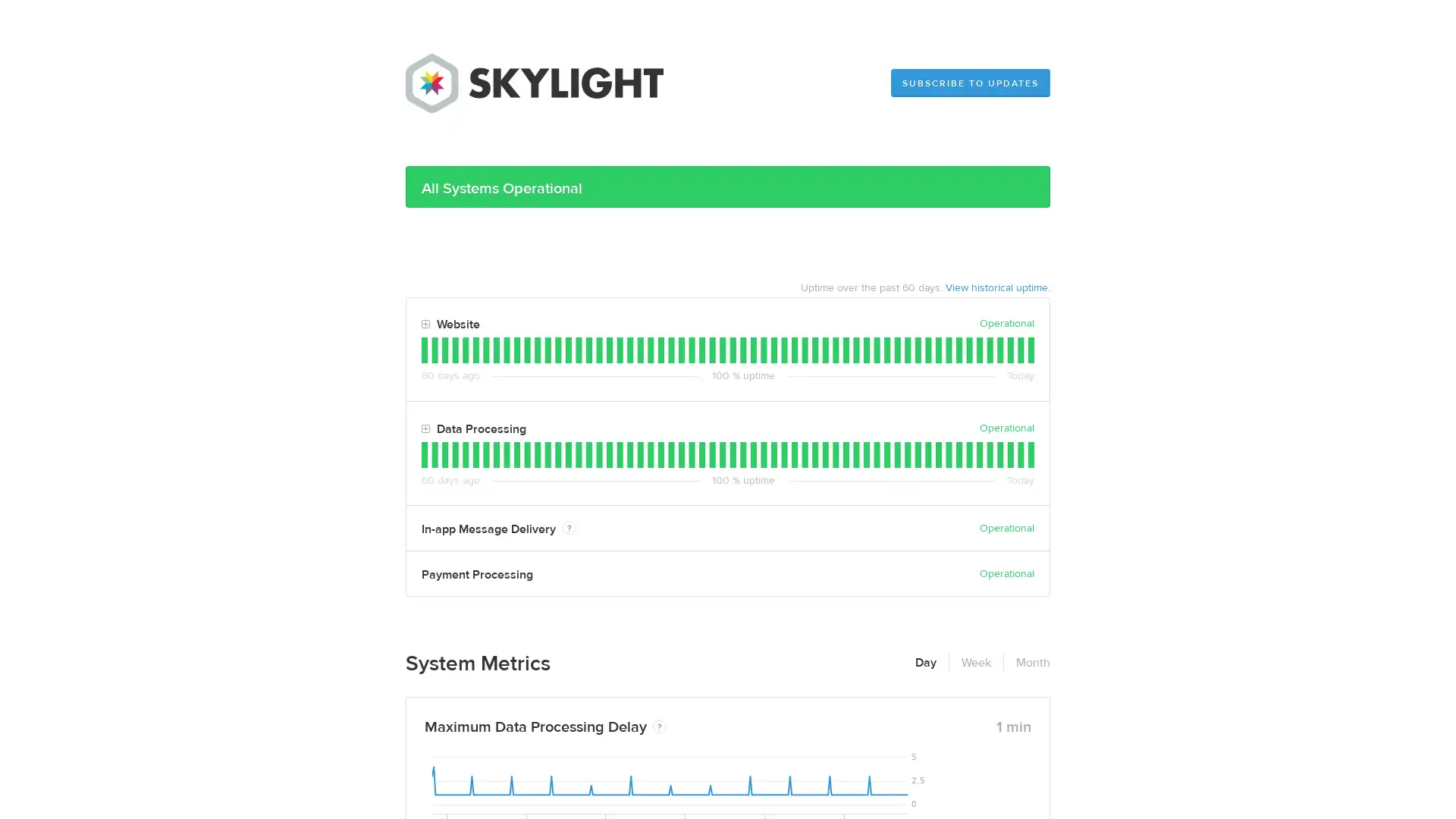 This screenshot has height=819, width=1456. I want to click on Toggle Data Processing, so click(425, 429).